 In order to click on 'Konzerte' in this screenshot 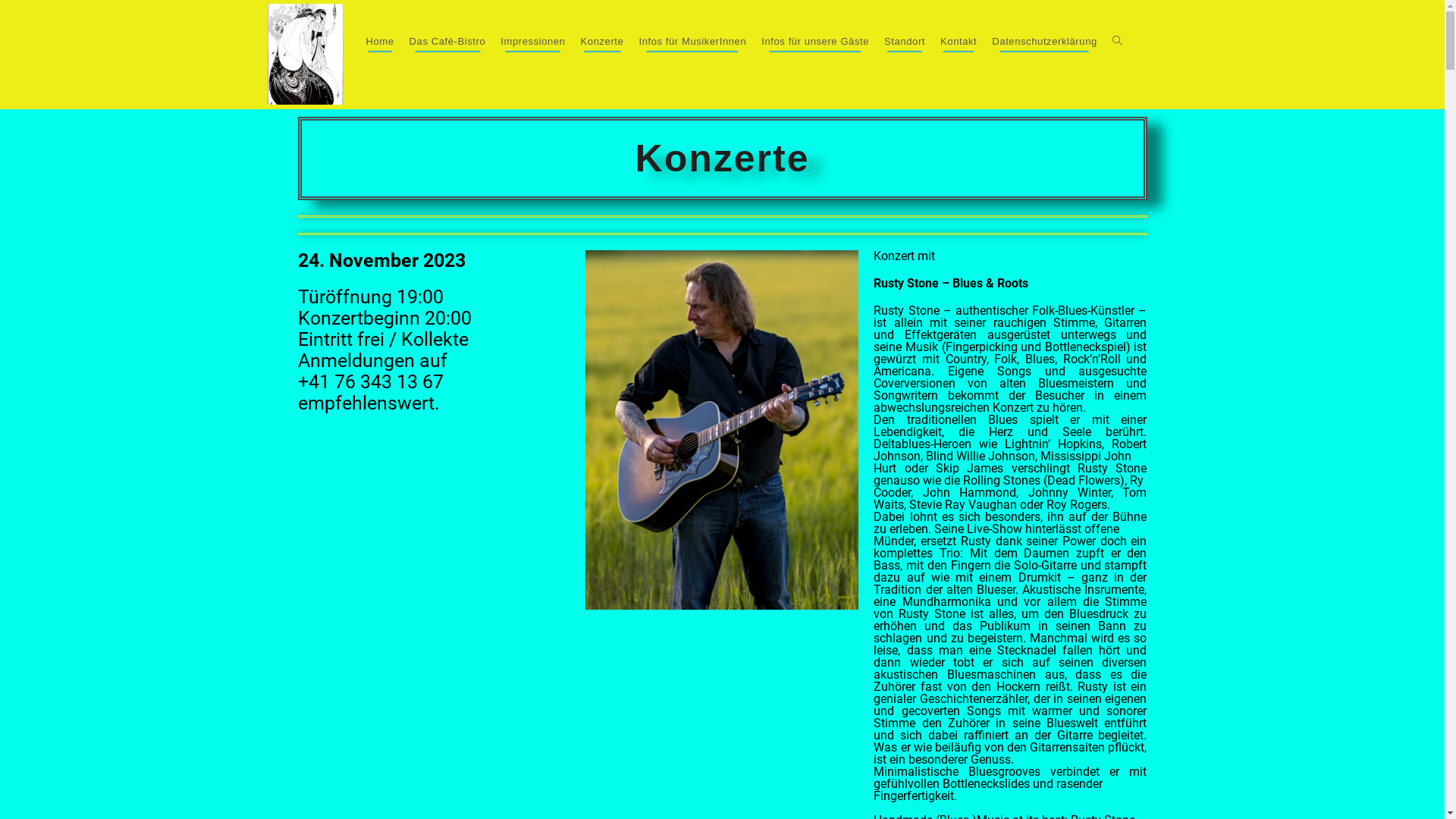, I will do `click(601, 40)`.